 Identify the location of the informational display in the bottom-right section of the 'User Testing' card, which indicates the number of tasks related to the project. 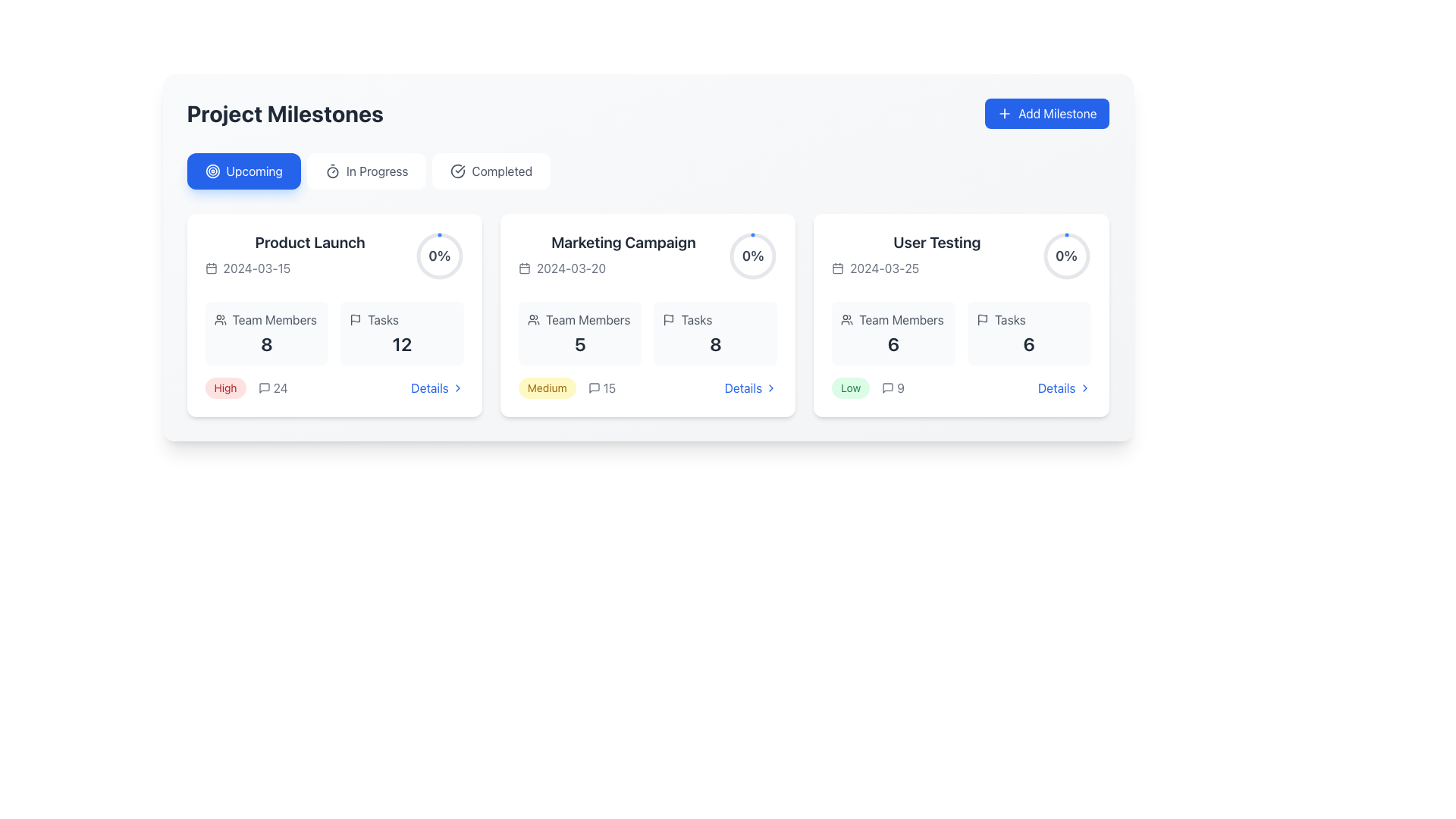
(1029, 332).